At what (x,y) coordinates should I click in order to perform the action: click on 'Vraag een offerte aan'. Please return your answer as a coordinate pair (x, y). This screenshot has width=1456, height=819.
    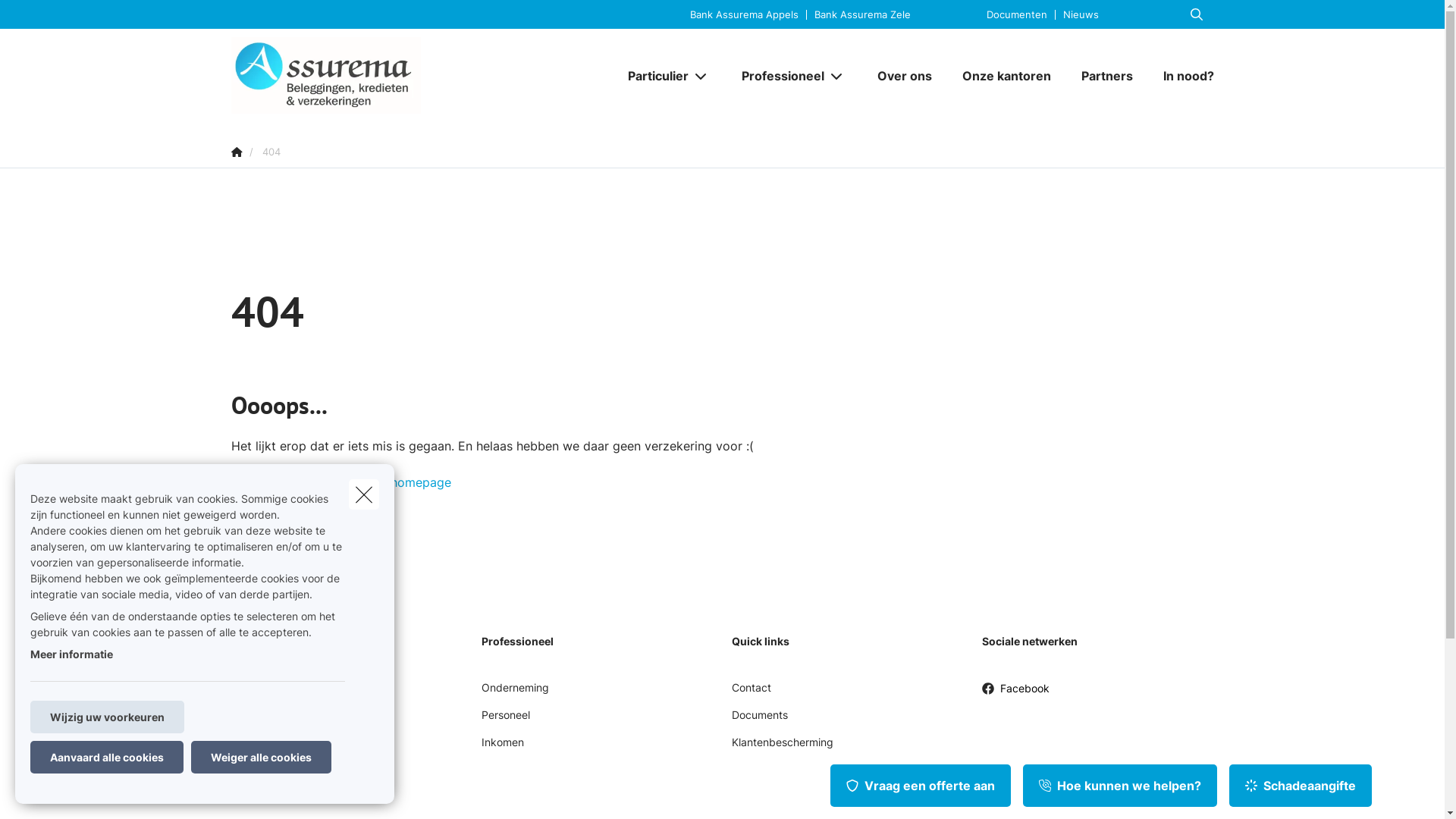
    Looking at the image, I should click on (920, 785).